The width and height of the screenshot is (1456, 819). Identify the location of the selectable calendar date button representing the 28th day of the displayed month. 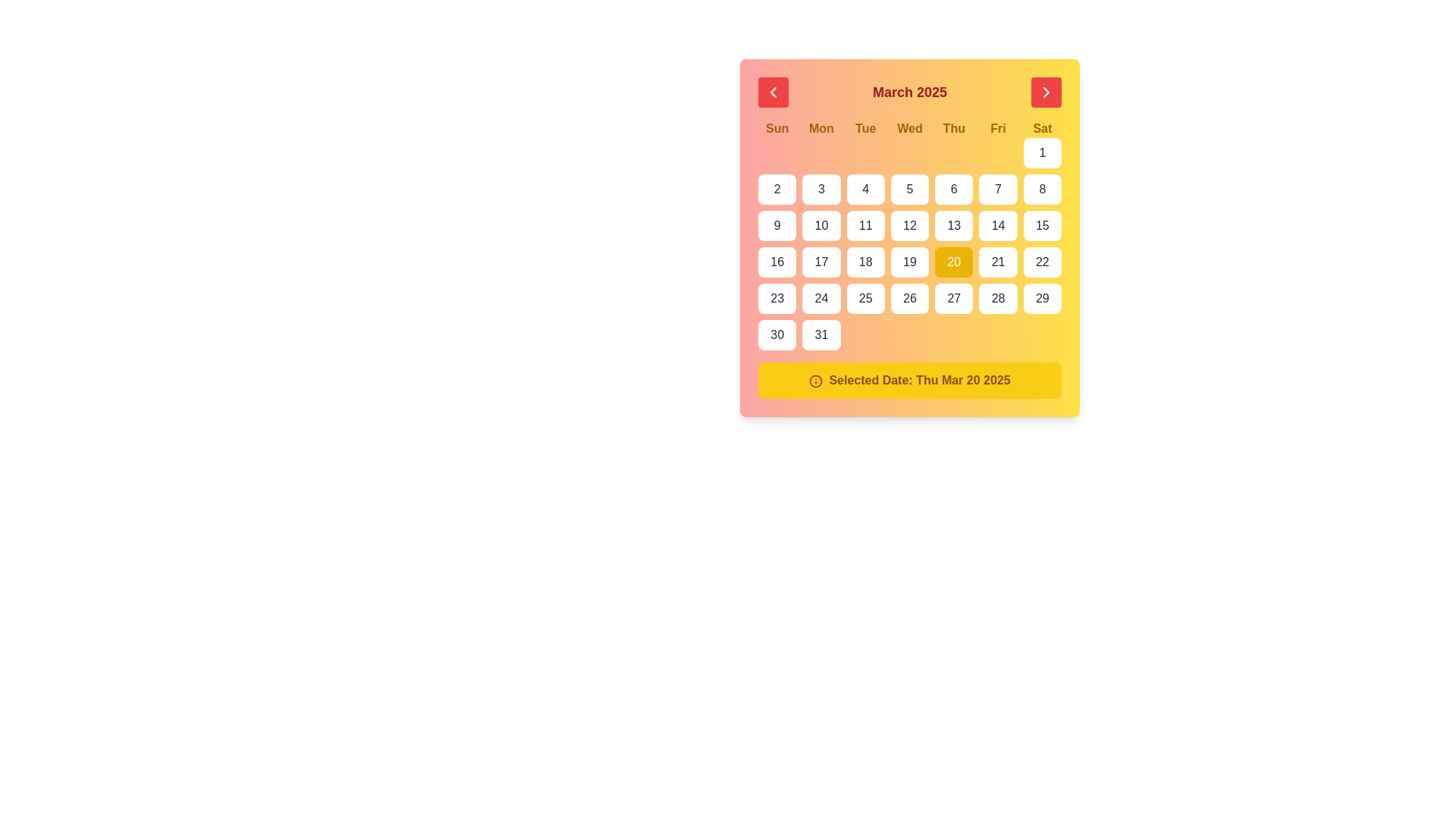
(998, 298).